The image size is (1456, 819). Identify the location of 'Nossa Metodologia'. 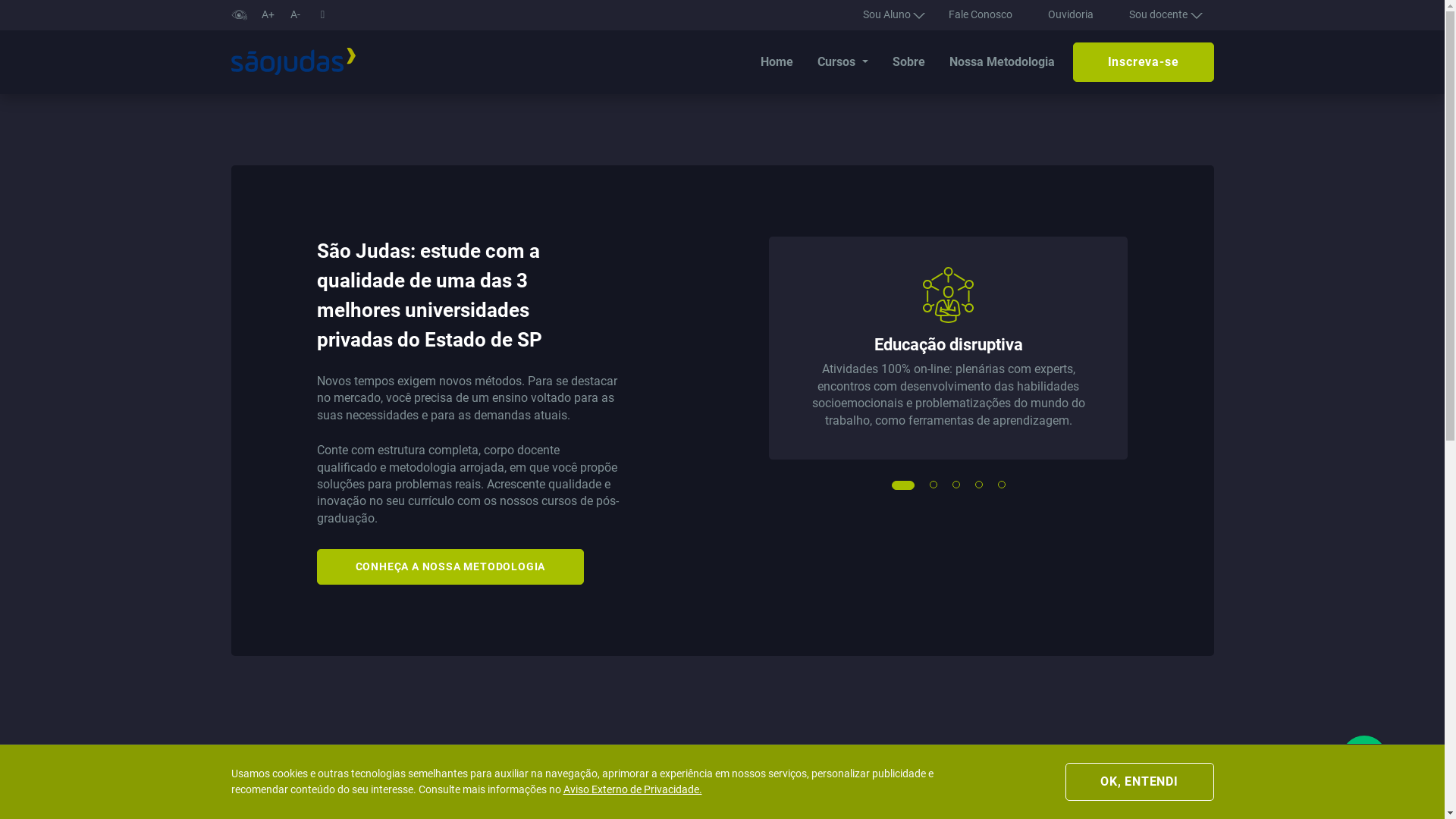
(1002, 61).